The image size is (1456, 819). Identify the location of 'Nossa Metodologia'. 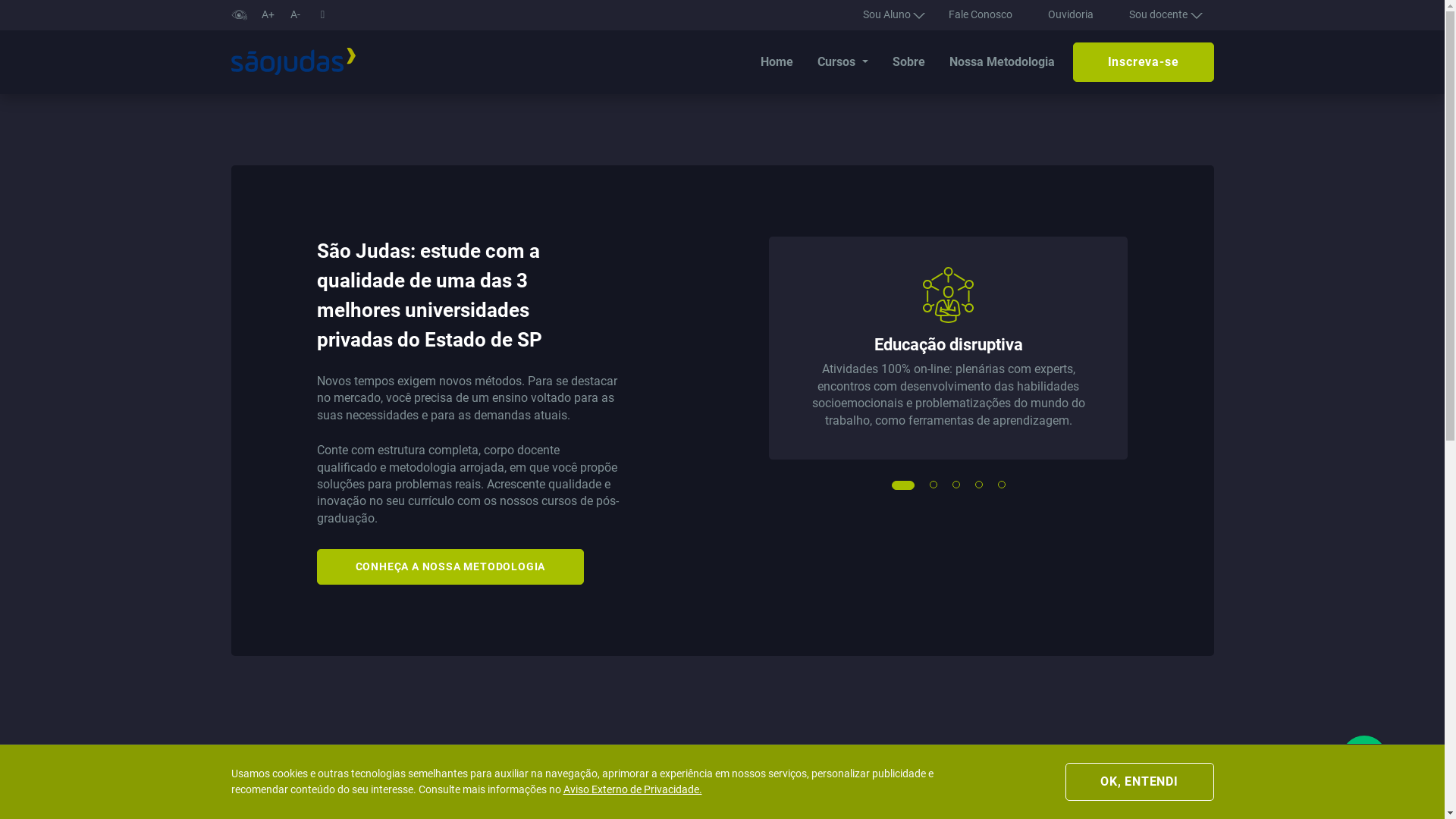
(1002, 61).